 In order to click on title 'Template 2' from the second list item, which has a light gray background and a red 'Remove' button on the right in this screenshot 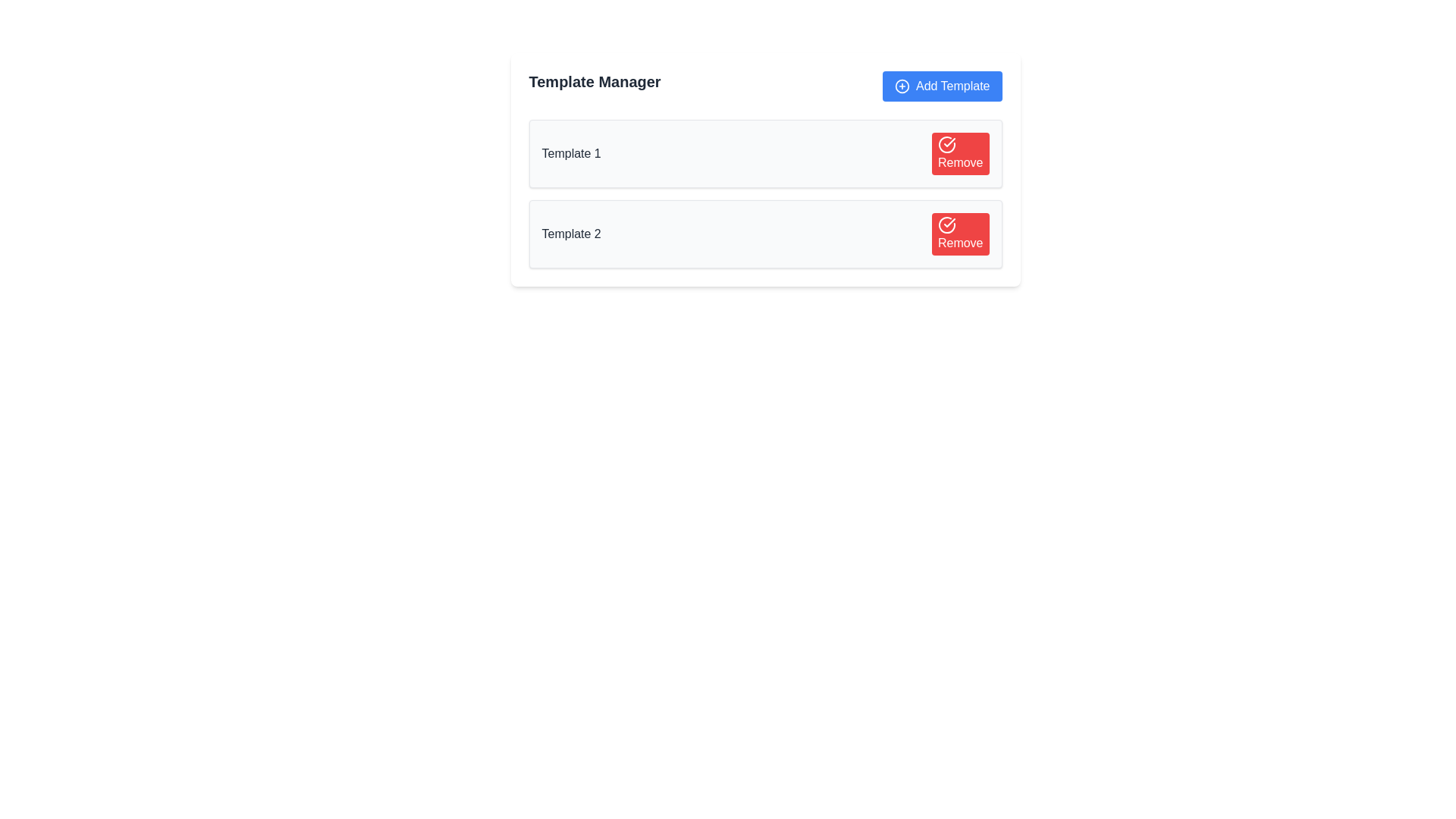, I will do `click(765, 234)`.